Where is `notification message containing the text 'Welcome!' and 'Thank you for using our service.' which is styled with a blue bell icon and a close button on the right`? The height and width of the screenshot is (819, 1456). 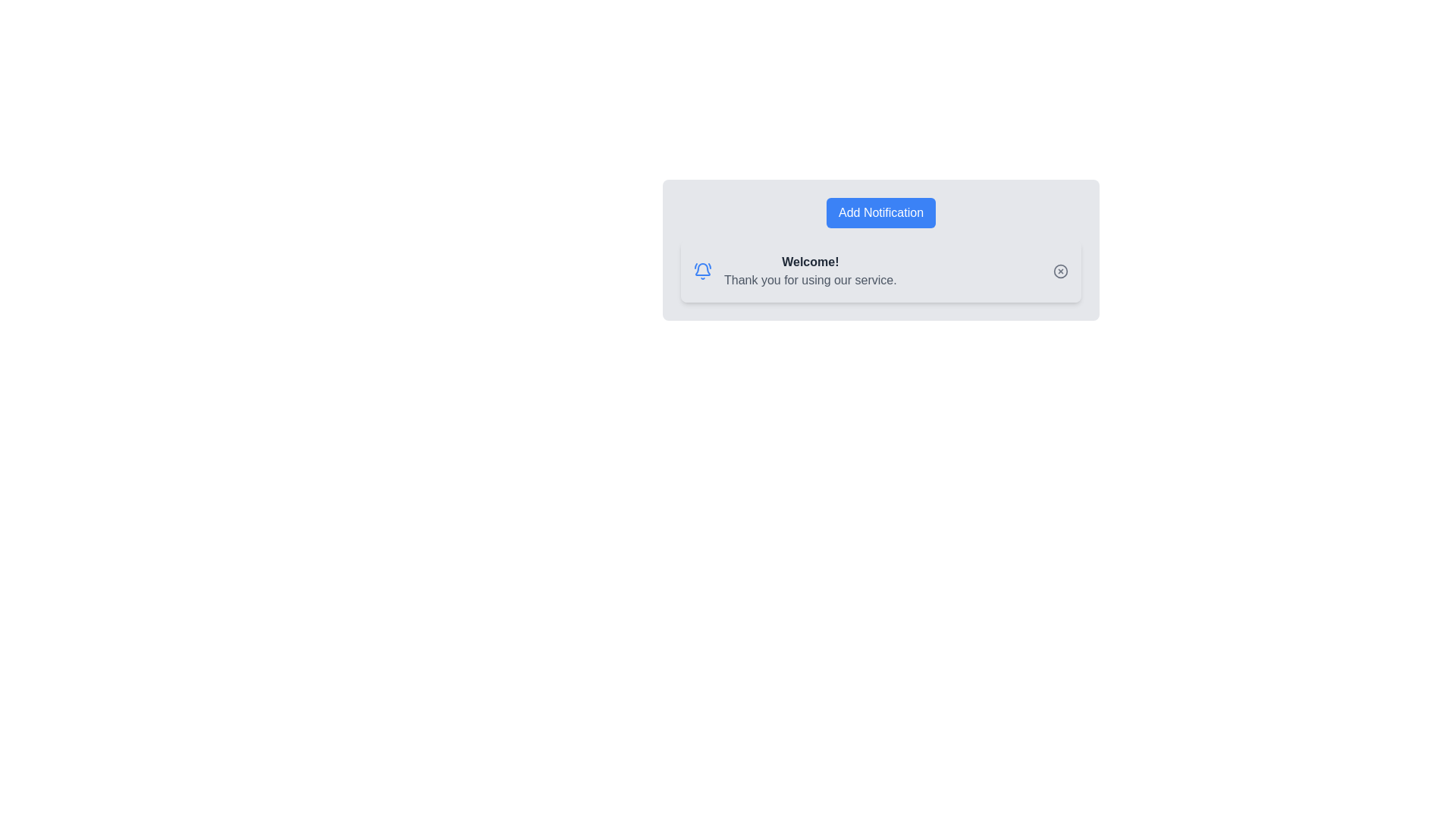 notification message containing the text 'Welcome!' and 'Thank you for using our service.' which is styled with a blue bell icon and a close button on the right is located at coordinates (880, 271).